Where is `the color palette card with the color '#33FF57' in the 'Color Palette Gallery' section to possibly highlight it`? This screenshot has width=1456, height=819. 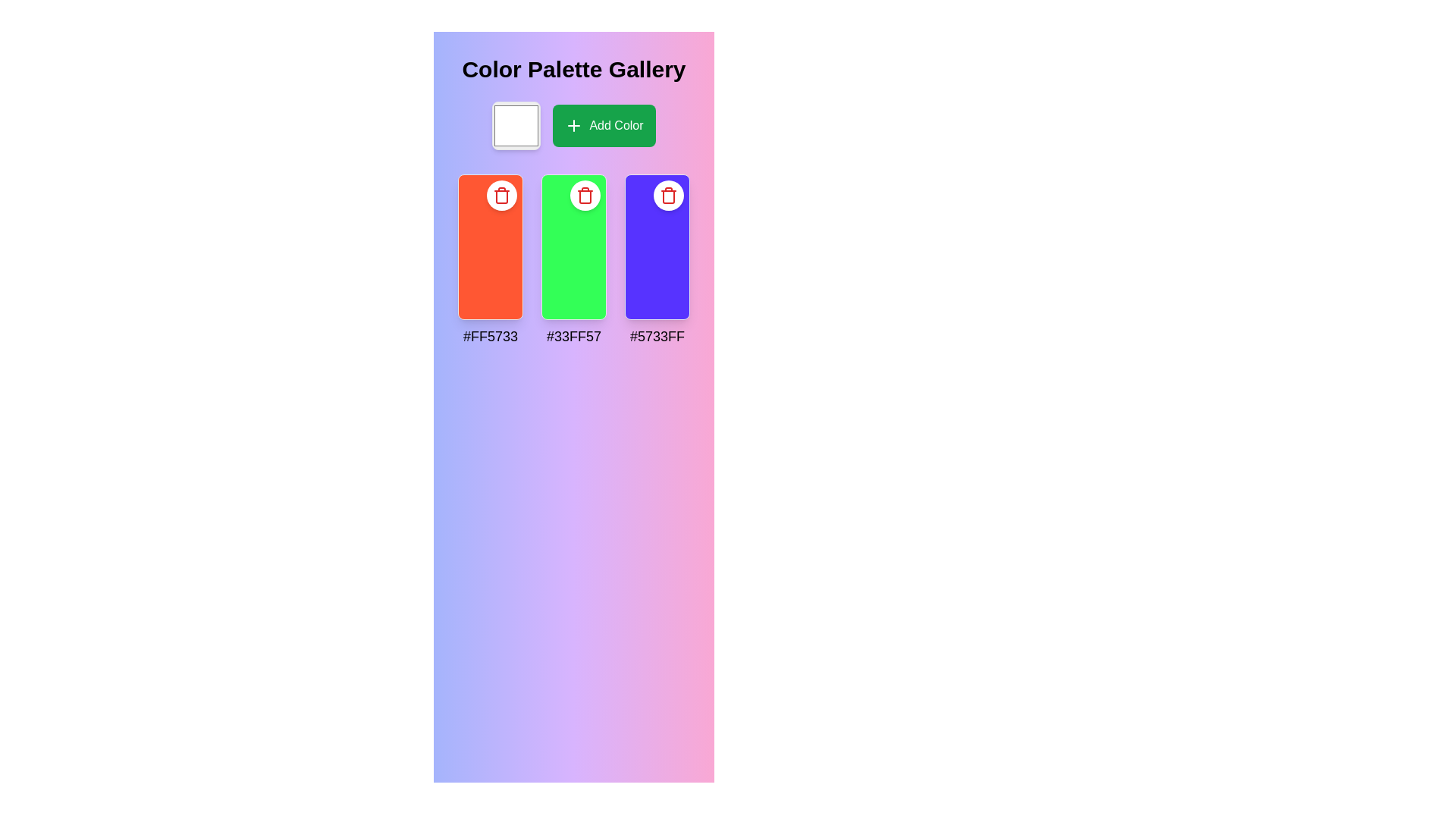 the color palette card with the color '#33FF57' in the 'Color Palette Gallery' section to possibly highlight it is located at coordinates (573, 259).